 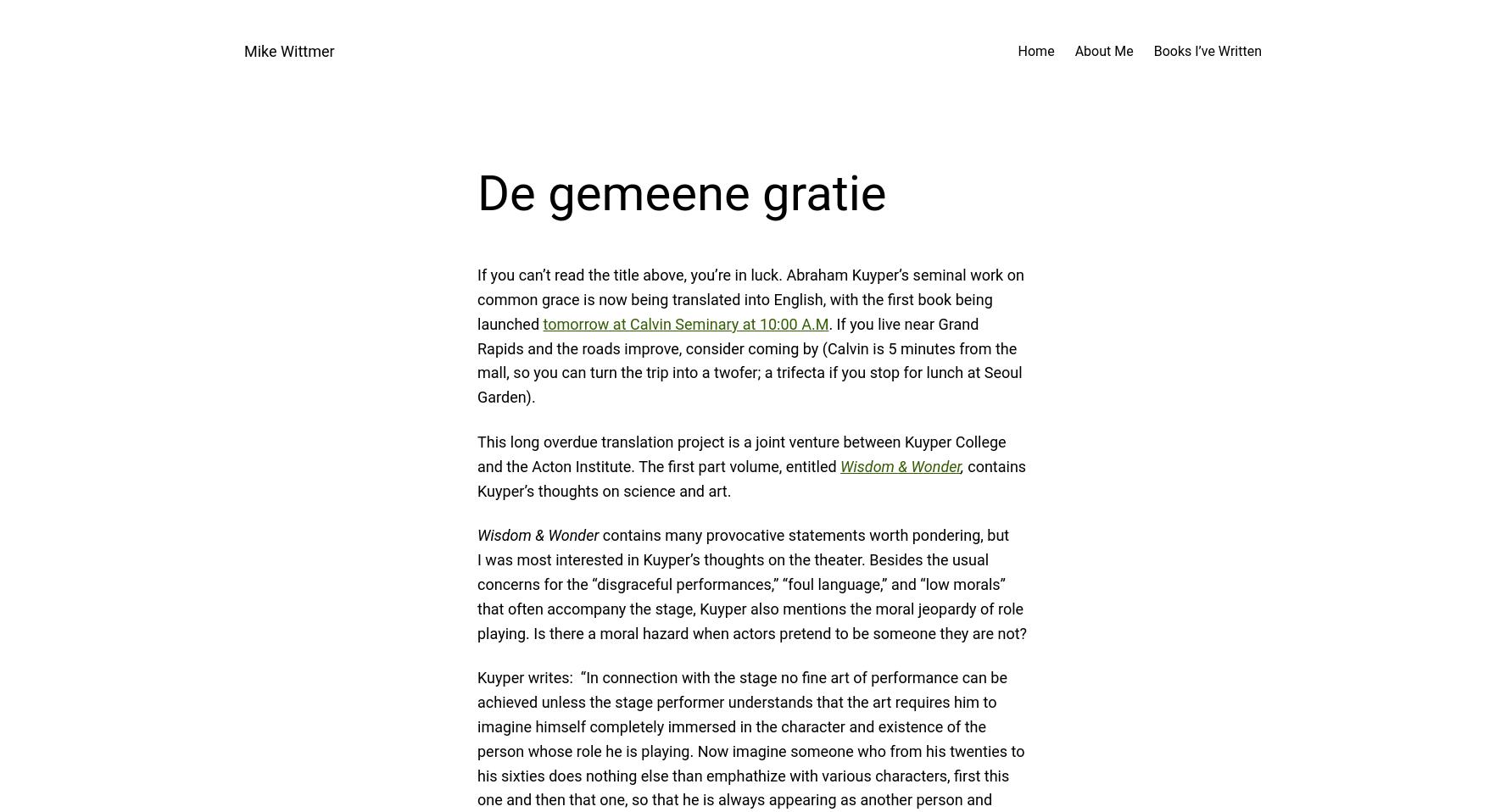 What do you see at coordinates (1103, 50) in the screenshot?
I see `'About Me'` at bounding box center [1103, 50].